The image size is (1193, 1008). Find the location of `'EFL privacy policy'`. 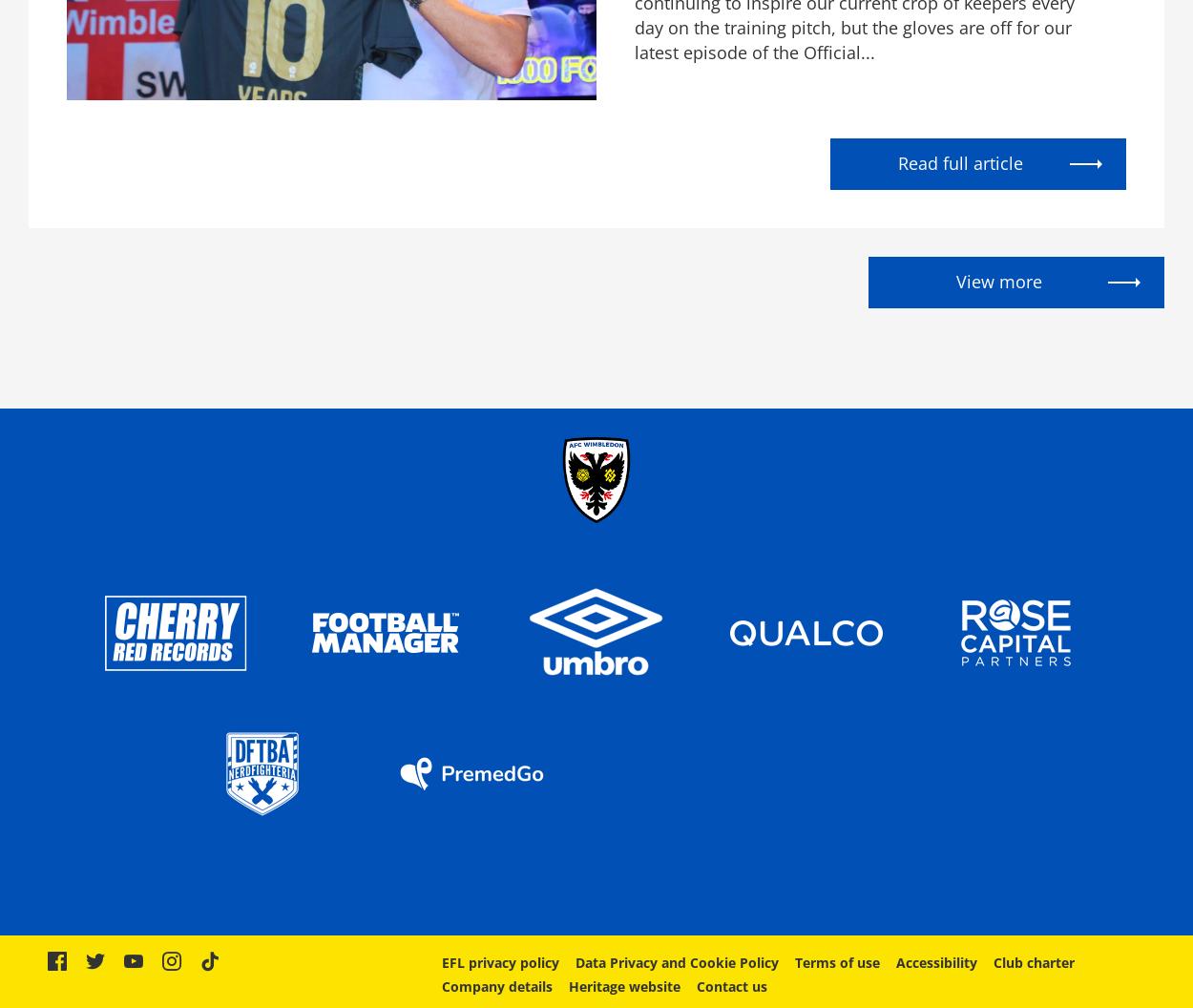

'EFL privacy policy' is located at coordinates (499, 960).